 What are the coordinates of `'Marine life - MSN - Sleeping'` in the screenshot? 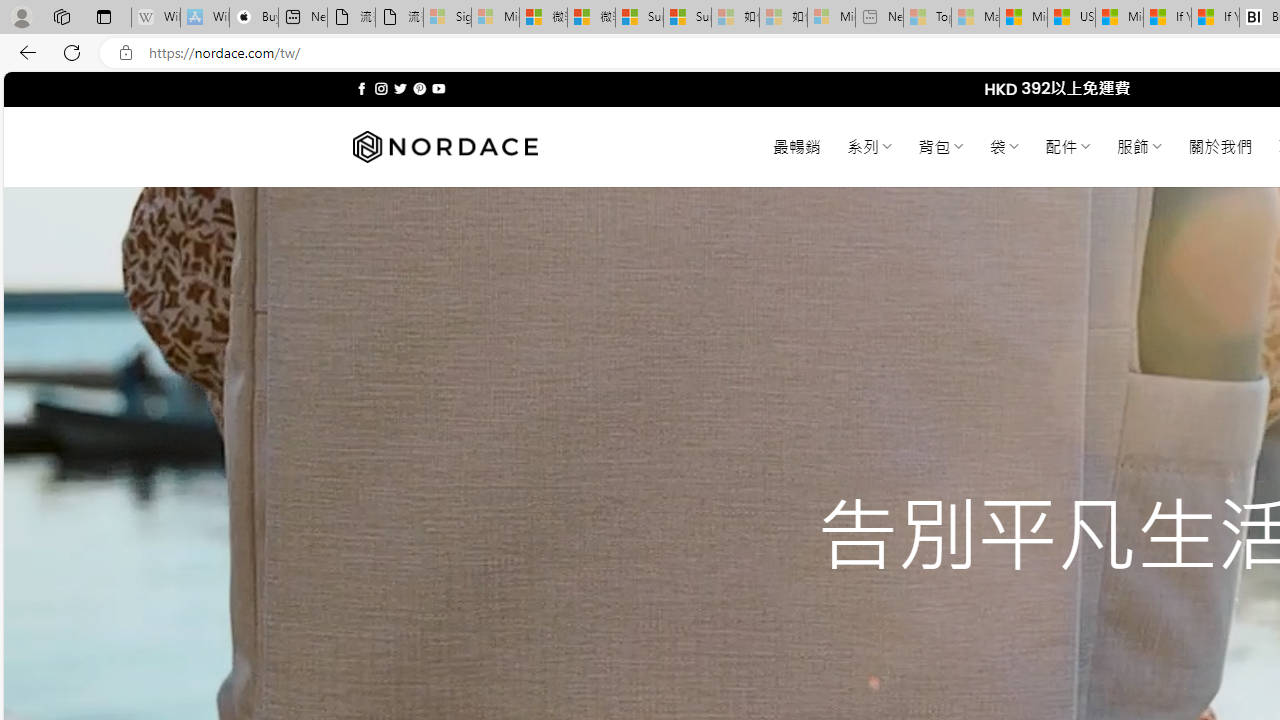 It's located at (976, 17).